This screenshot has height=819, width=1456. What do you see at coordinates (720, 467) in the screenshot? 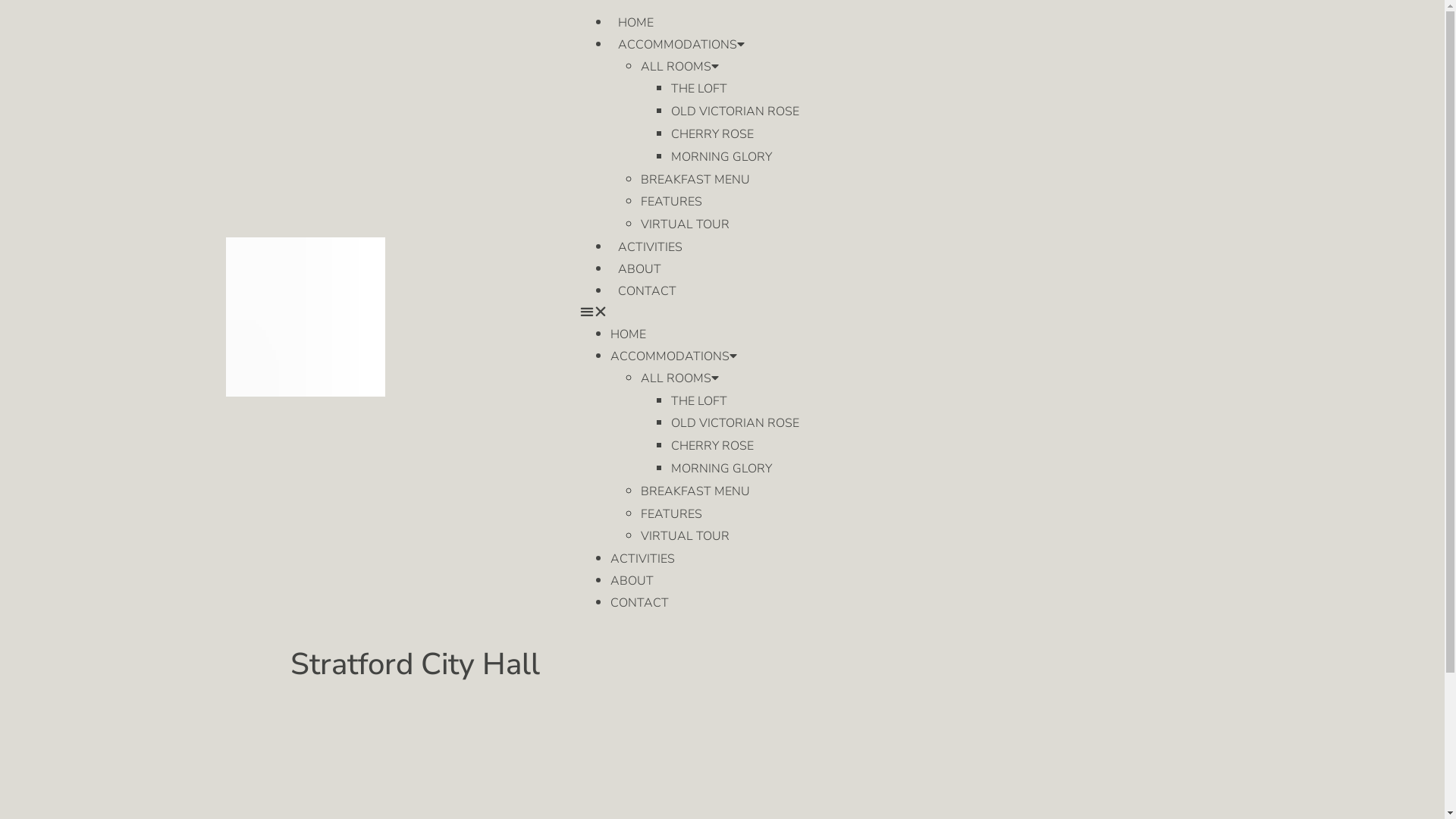
I see `'MORNING GLORY'` at bounding box center [720, 467].